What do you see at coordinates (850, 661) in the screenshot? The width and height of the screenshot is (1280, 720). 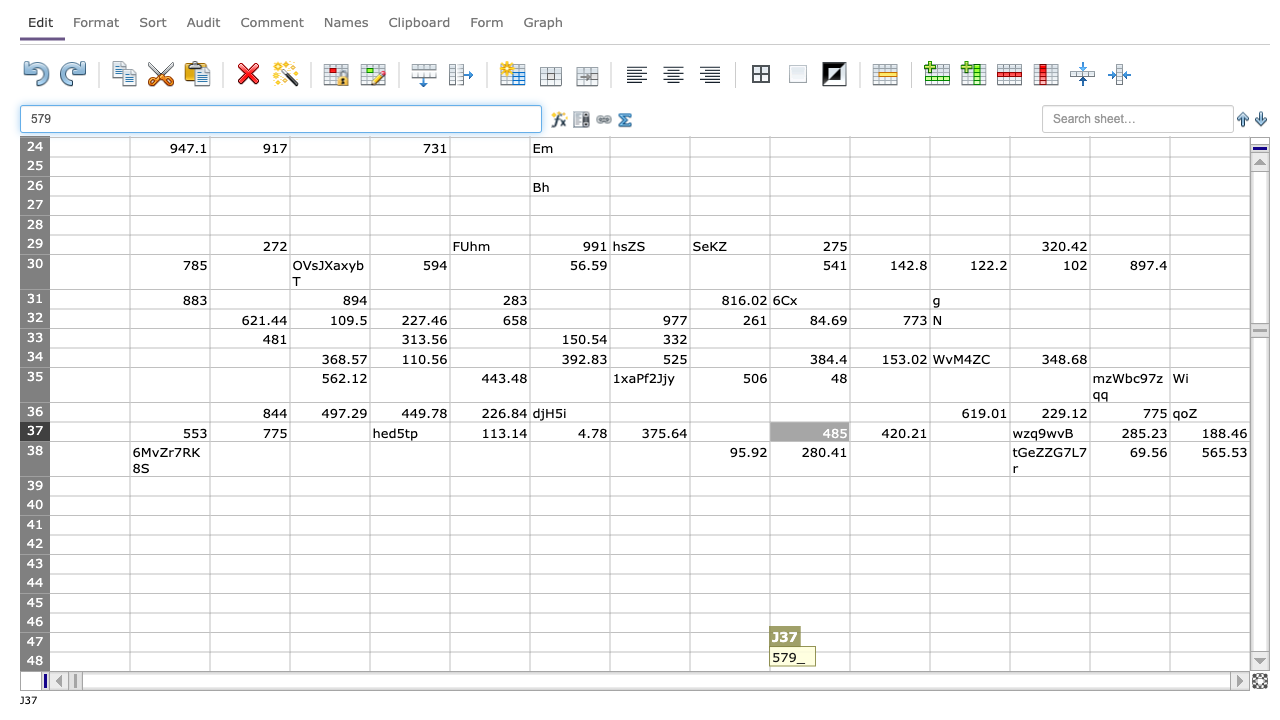 I see `Left margin of K48` at bounding box center [850, 661].